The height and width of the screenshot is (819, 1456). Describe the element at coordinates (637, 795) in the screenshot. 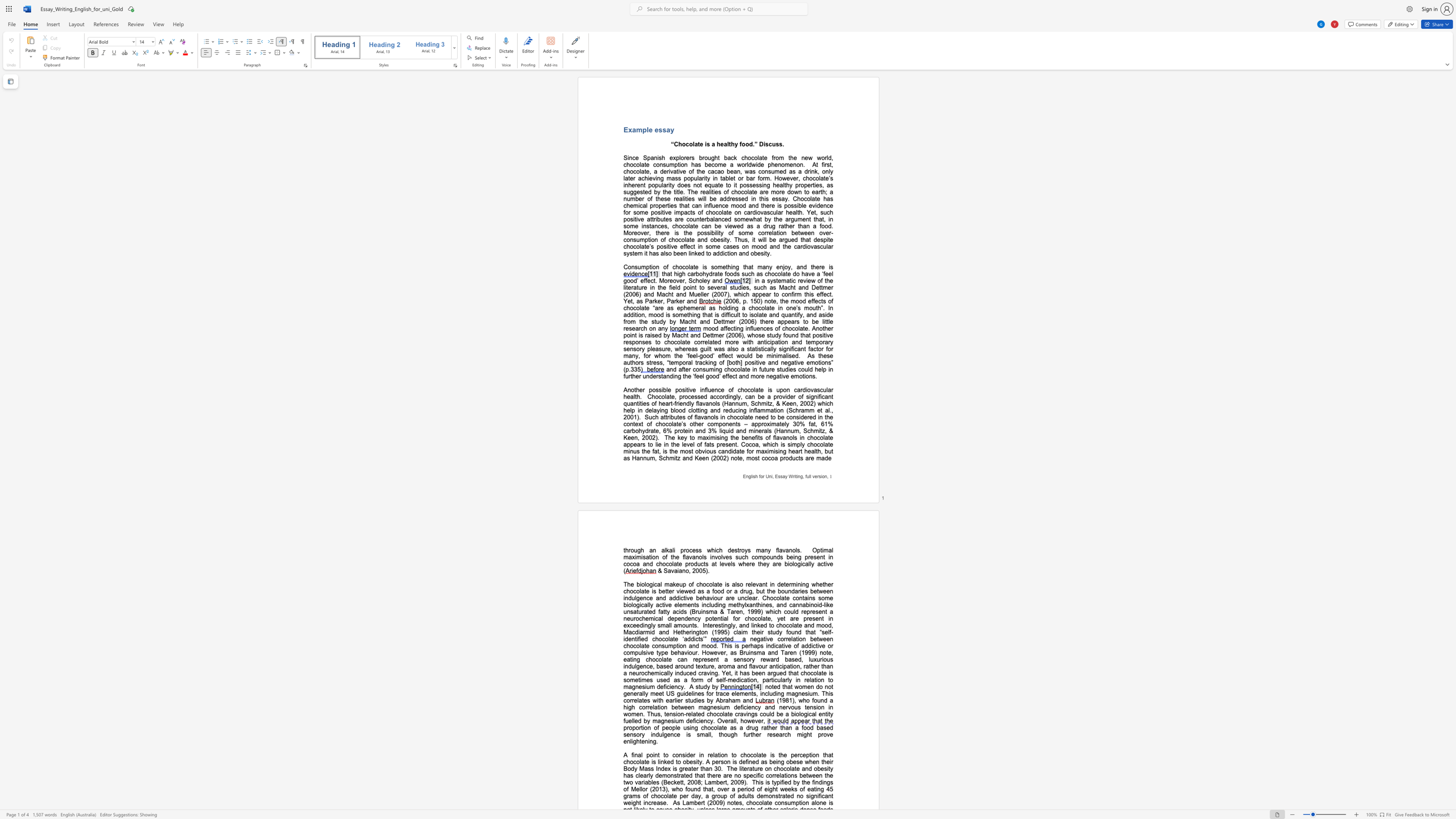

I see `the subset text "s of chocolate per day," within the text "This is typified by the findings of Mellor (2013), who found that, over a period of eight weeks of eating 45 grams of chocolate per day, a group of adults"` at that location.